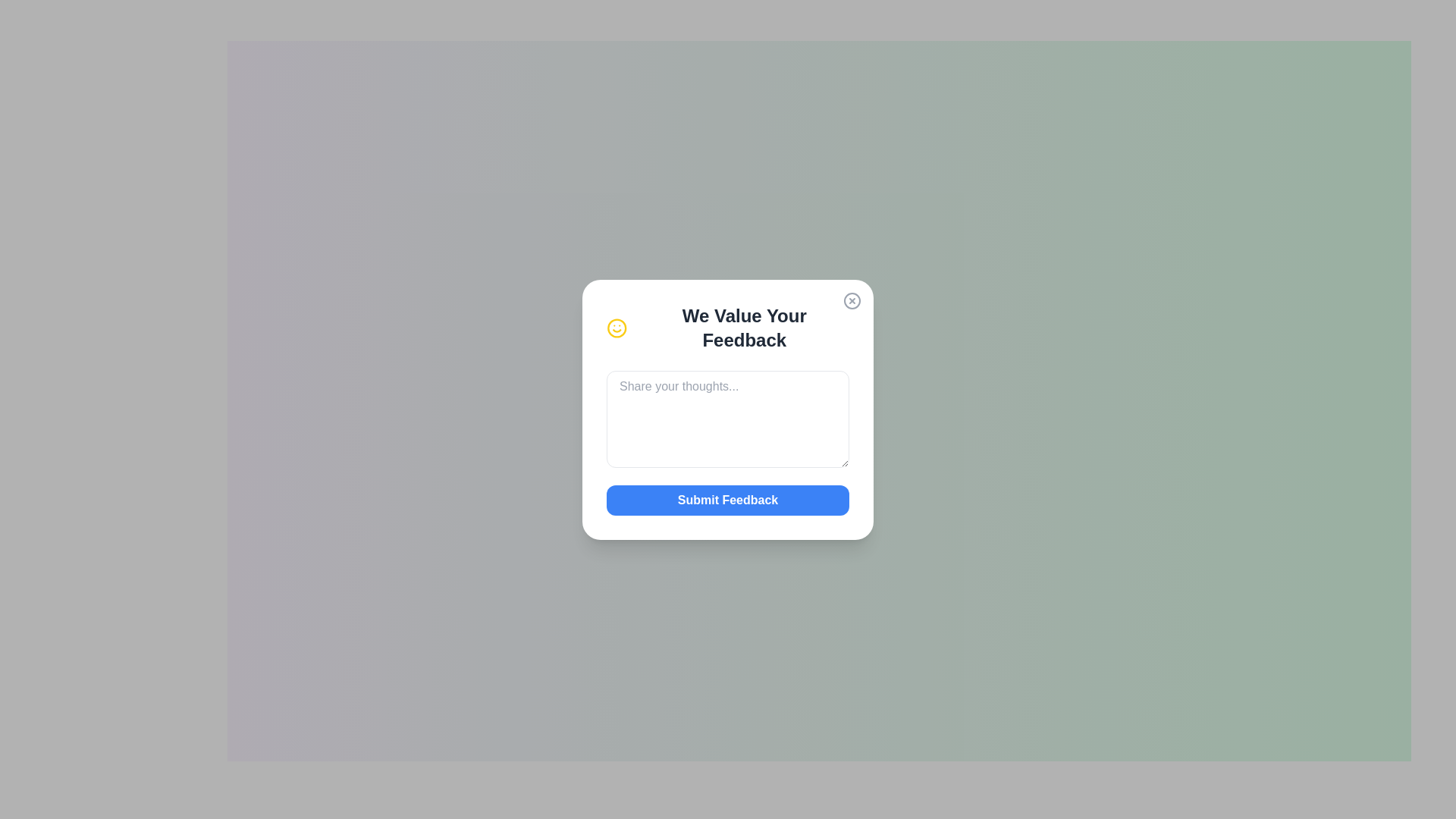 This screenshot has width=1456, height=819. Describe the element at coordinates (744, 327) in the screenshot. I see `the text label that reads 'We Value Your Feedback', which is prominently displayed in bold, grayish-black text at the top section of the modal dialog box` at that location.